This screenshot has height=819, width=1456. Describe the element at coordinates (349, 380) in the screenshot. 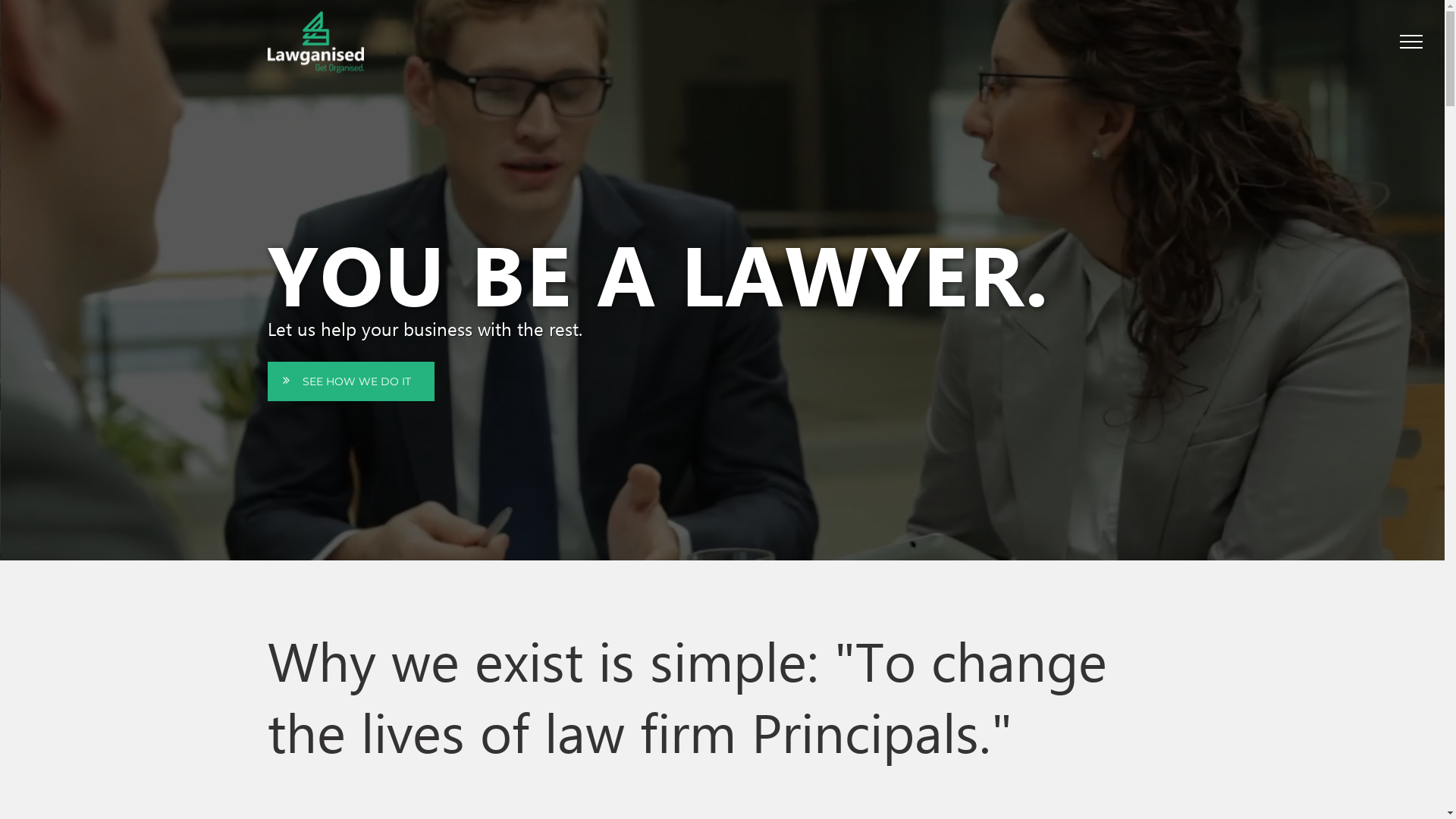

I see `'SEE HOW WE DO IT'` at that location.